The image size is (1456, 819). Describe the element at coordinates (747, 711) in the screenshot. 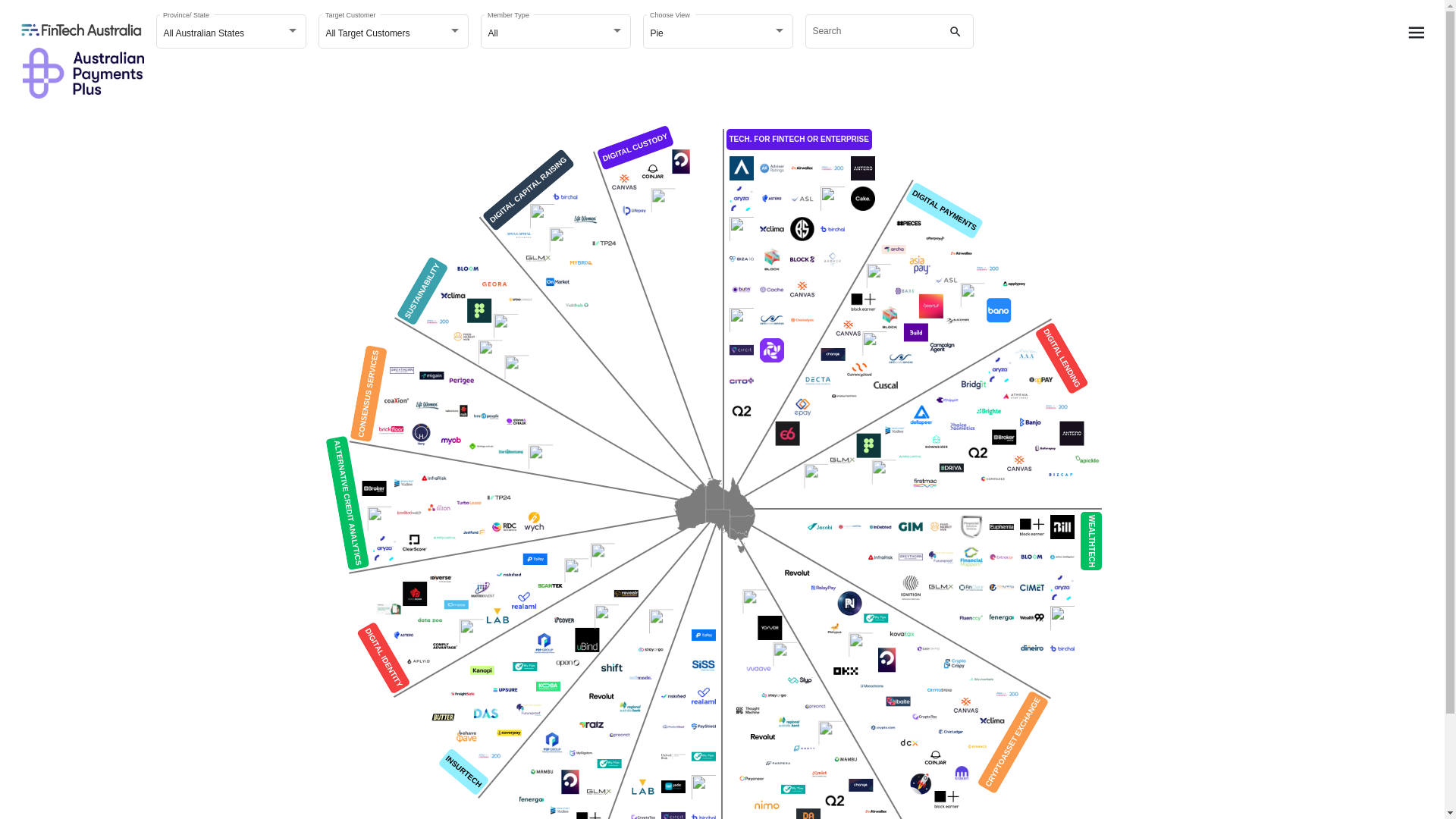

I see `'Thought Machine'` at that location.